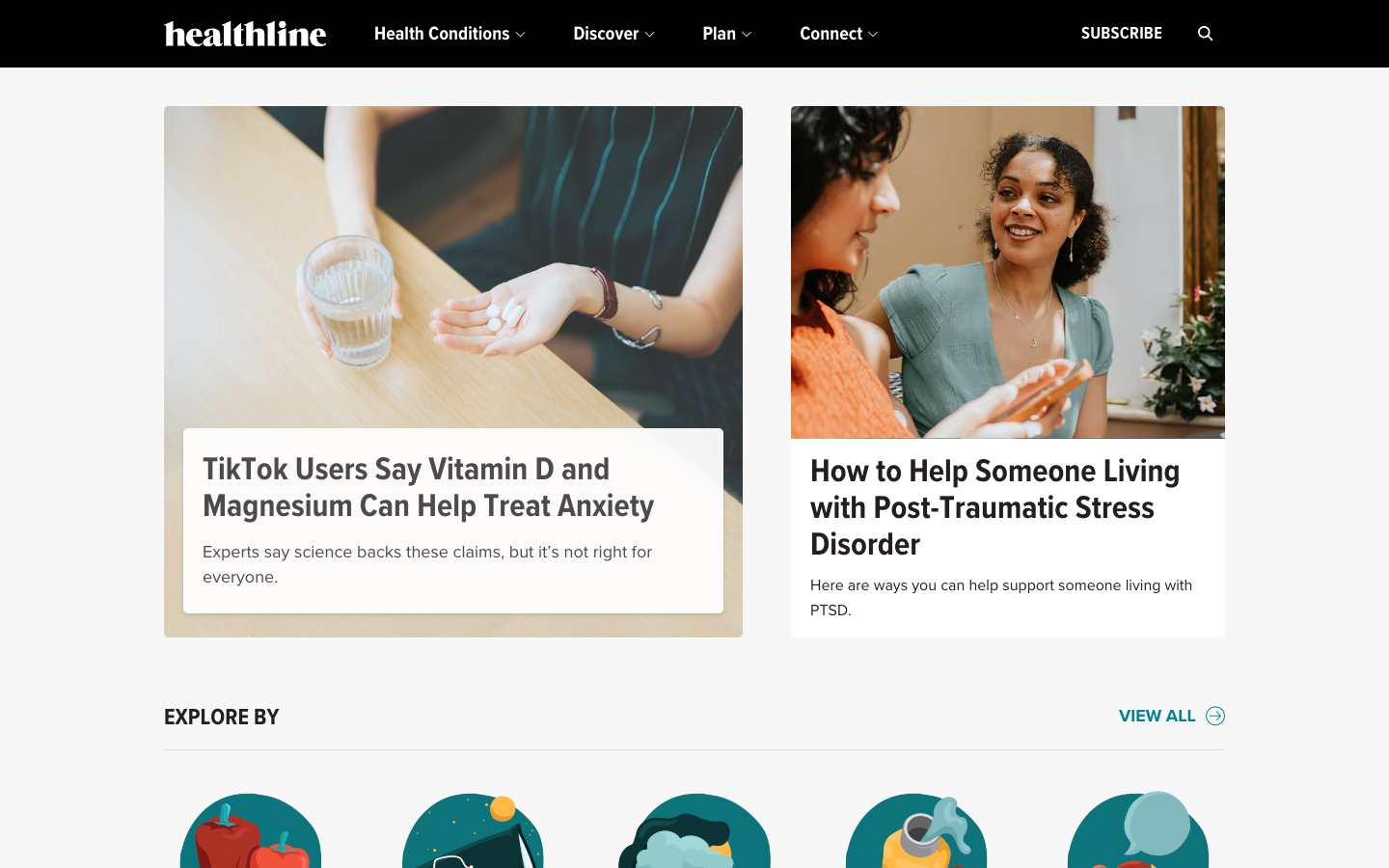 The width and height of the screenshot is (1389, 868). Describe the element at coordinates (613, 33) in the screenshot. I see `the "Discover" drop-down for further details` at that location.